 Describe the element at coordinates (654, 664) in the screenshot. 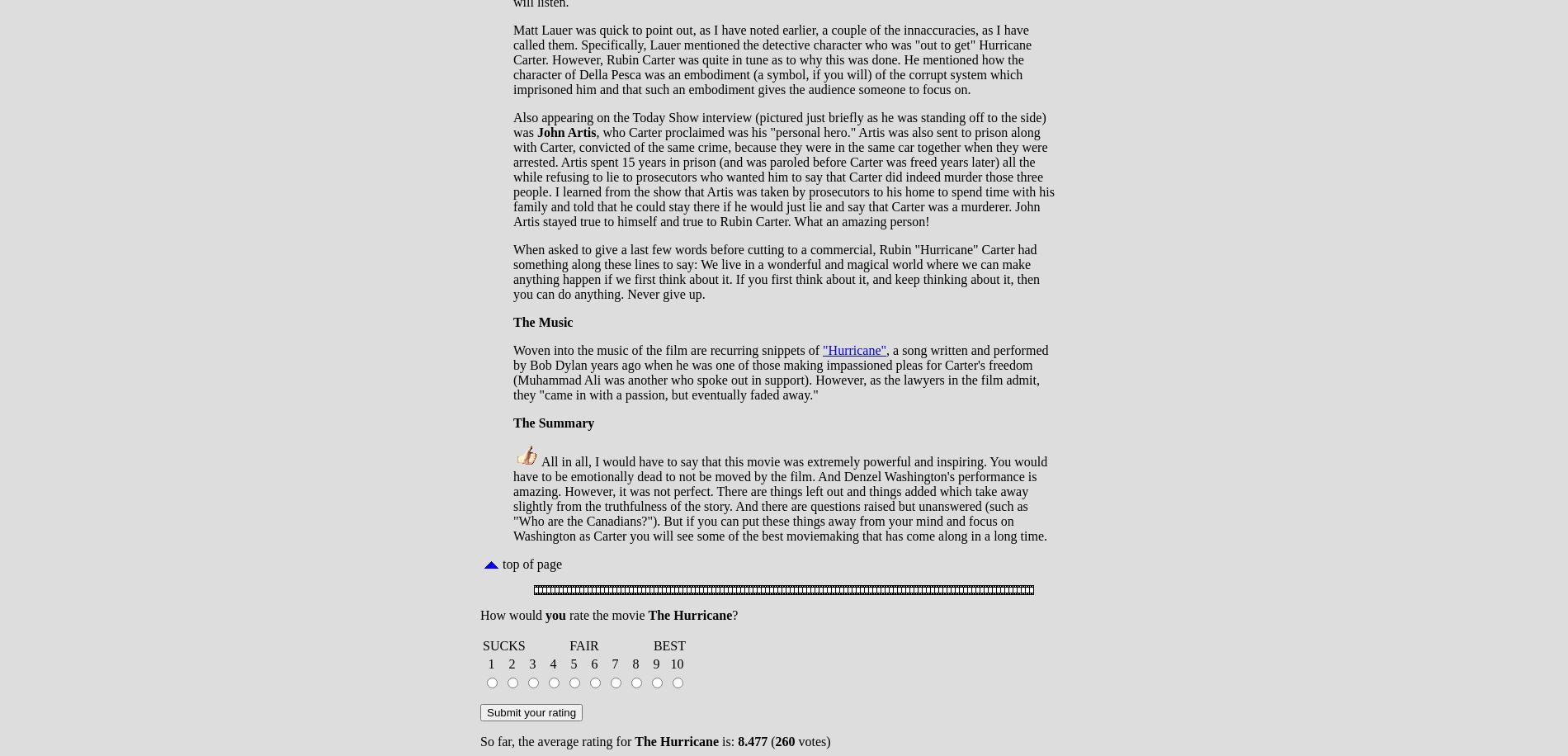

I see `'9'` at that location.